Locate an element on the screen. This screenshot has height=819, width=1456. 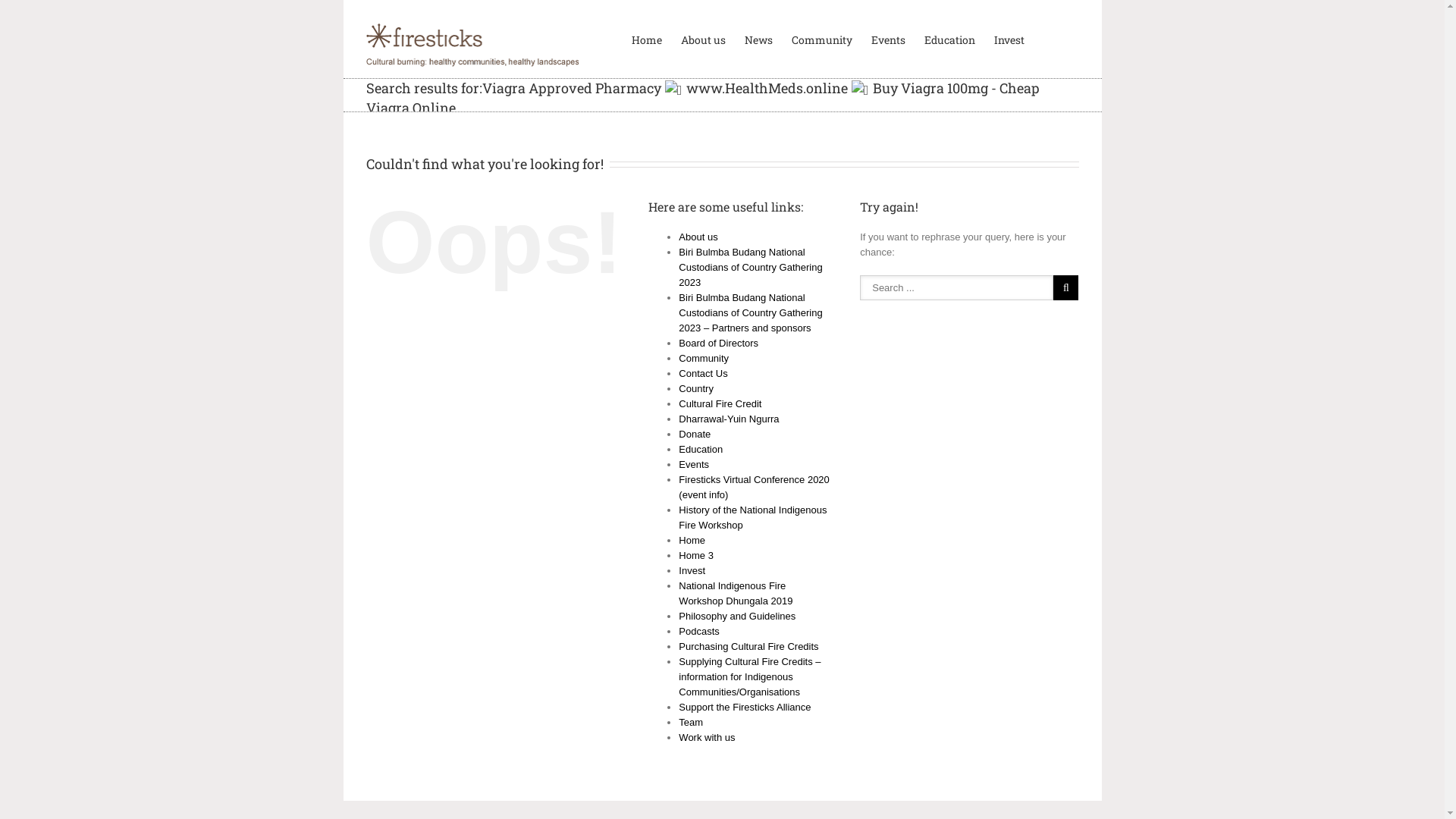
'Education' is located at coordinates (948, 38).